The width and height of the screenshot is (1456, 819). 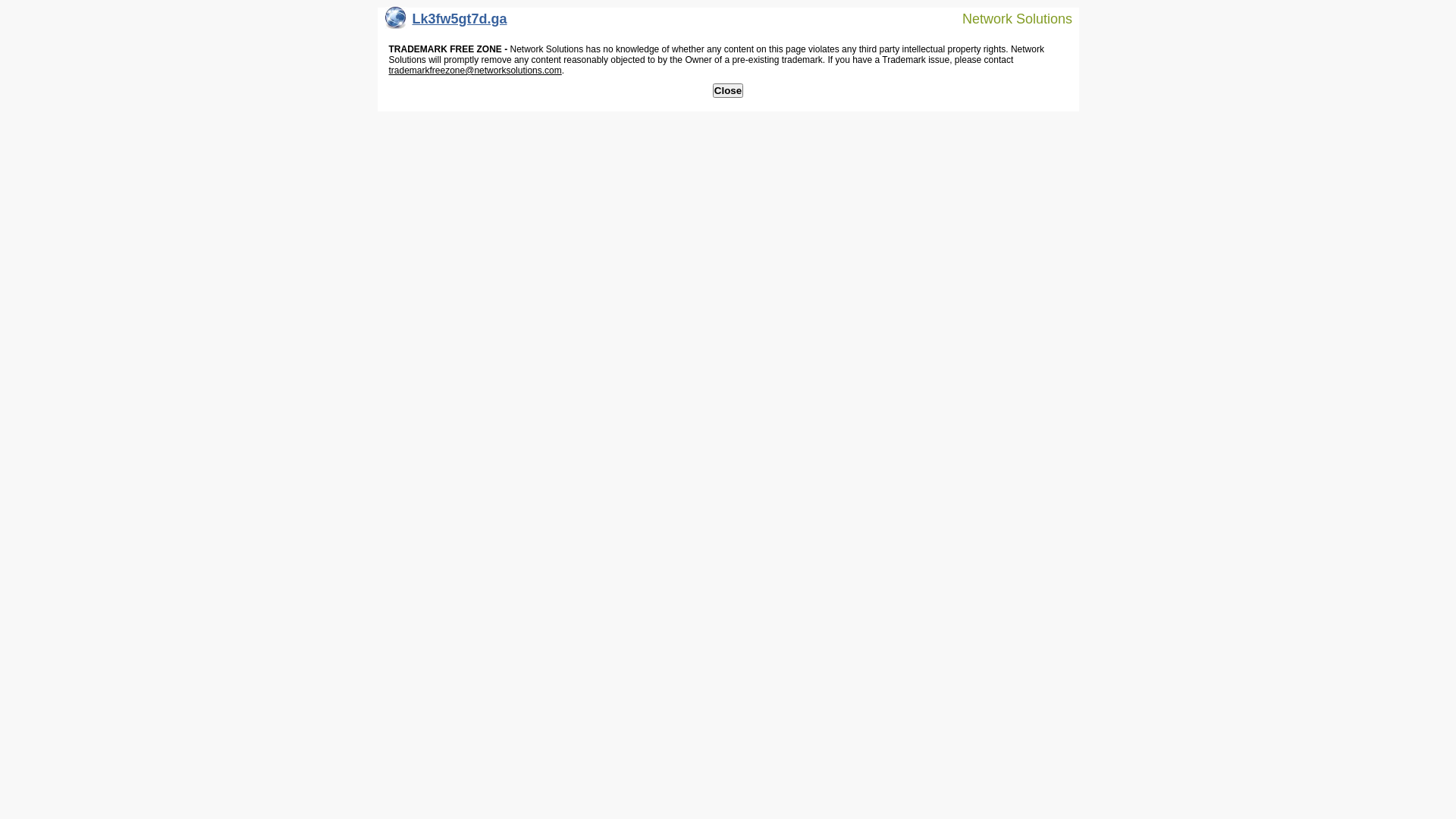 What do you see at coordinates (728, 90) in the screenshot?
I see `'Close'` at bounding box center [728, 90].